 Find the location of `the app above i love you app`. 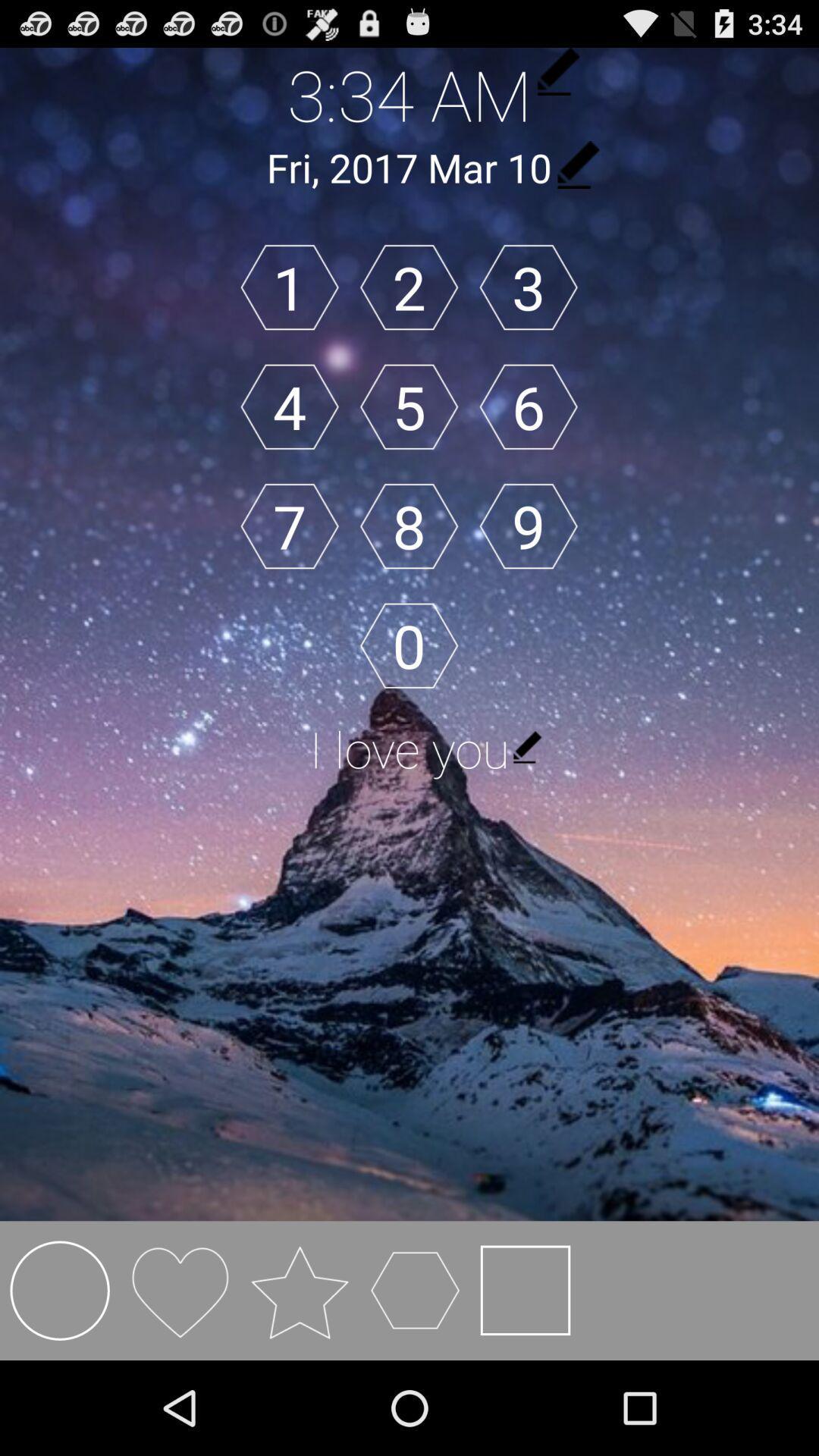

the app above i love you app is located at coordinates (528, 526).